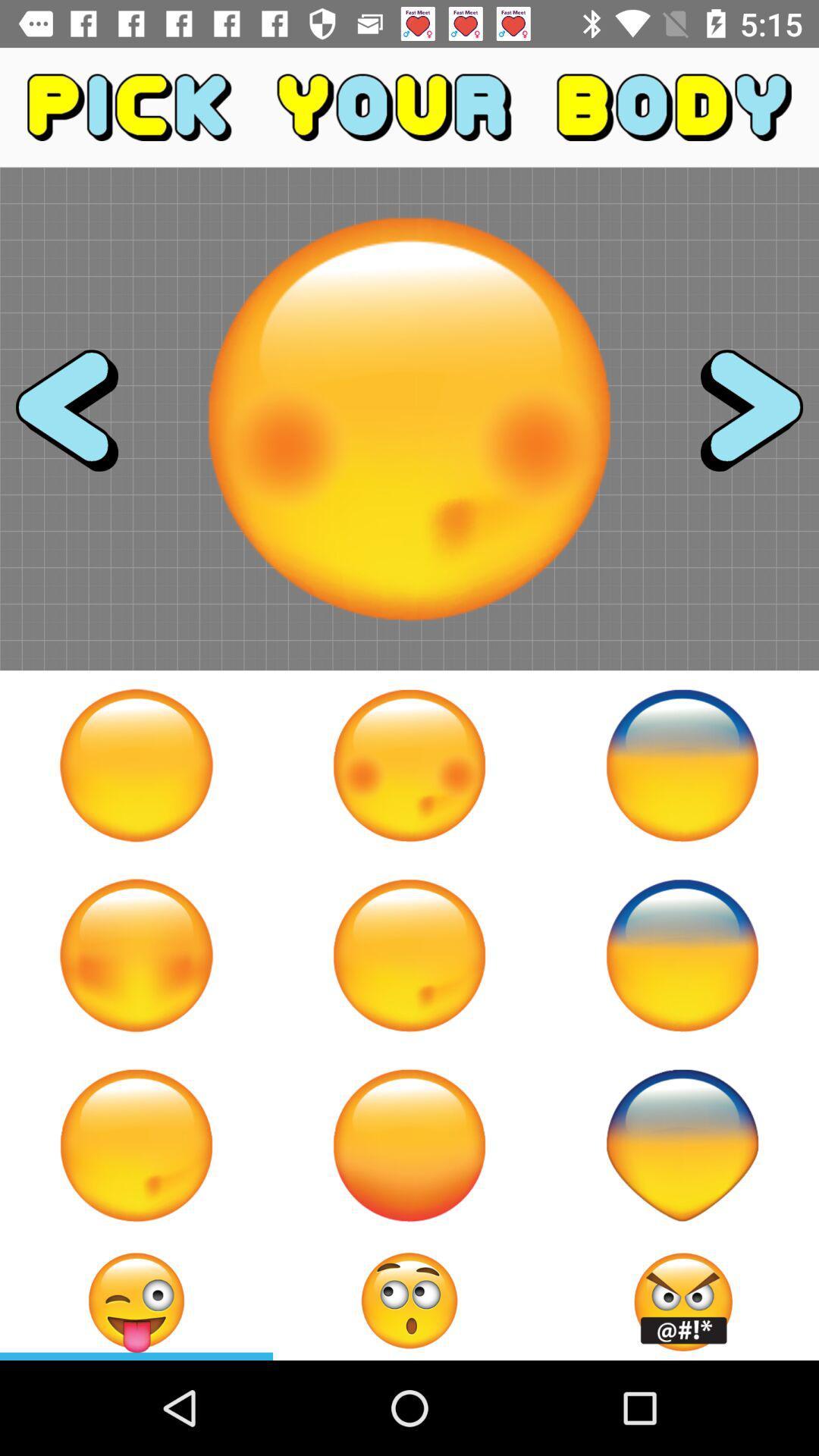 The height and width of the screenshot is (1456, 819). Describe the element at coordinates (681, 954) in the screenshot. I see `body` at that location.